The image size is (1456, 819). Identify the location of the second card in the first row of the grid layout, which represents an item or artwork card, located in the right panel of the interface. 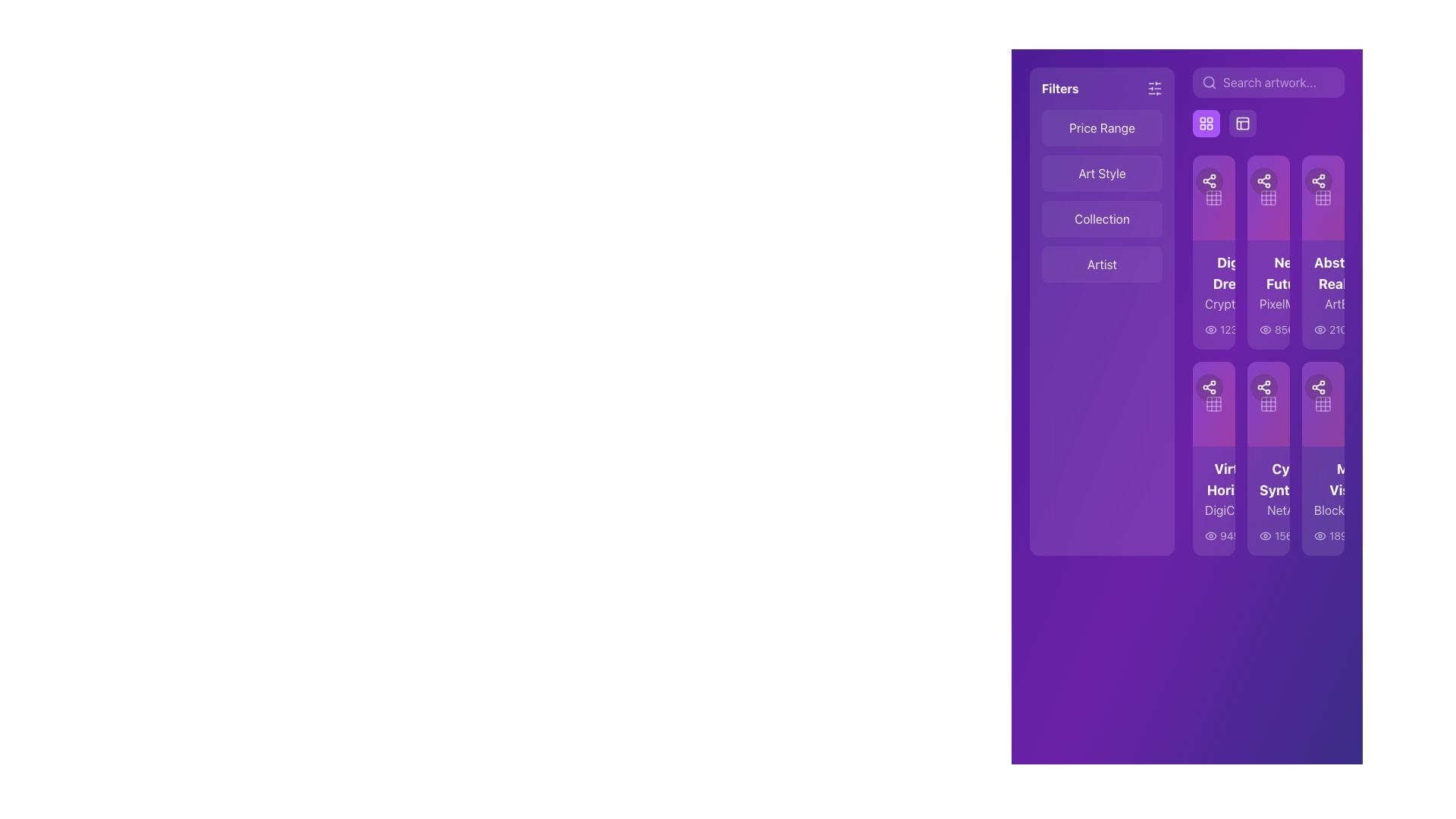
(1269, 295).